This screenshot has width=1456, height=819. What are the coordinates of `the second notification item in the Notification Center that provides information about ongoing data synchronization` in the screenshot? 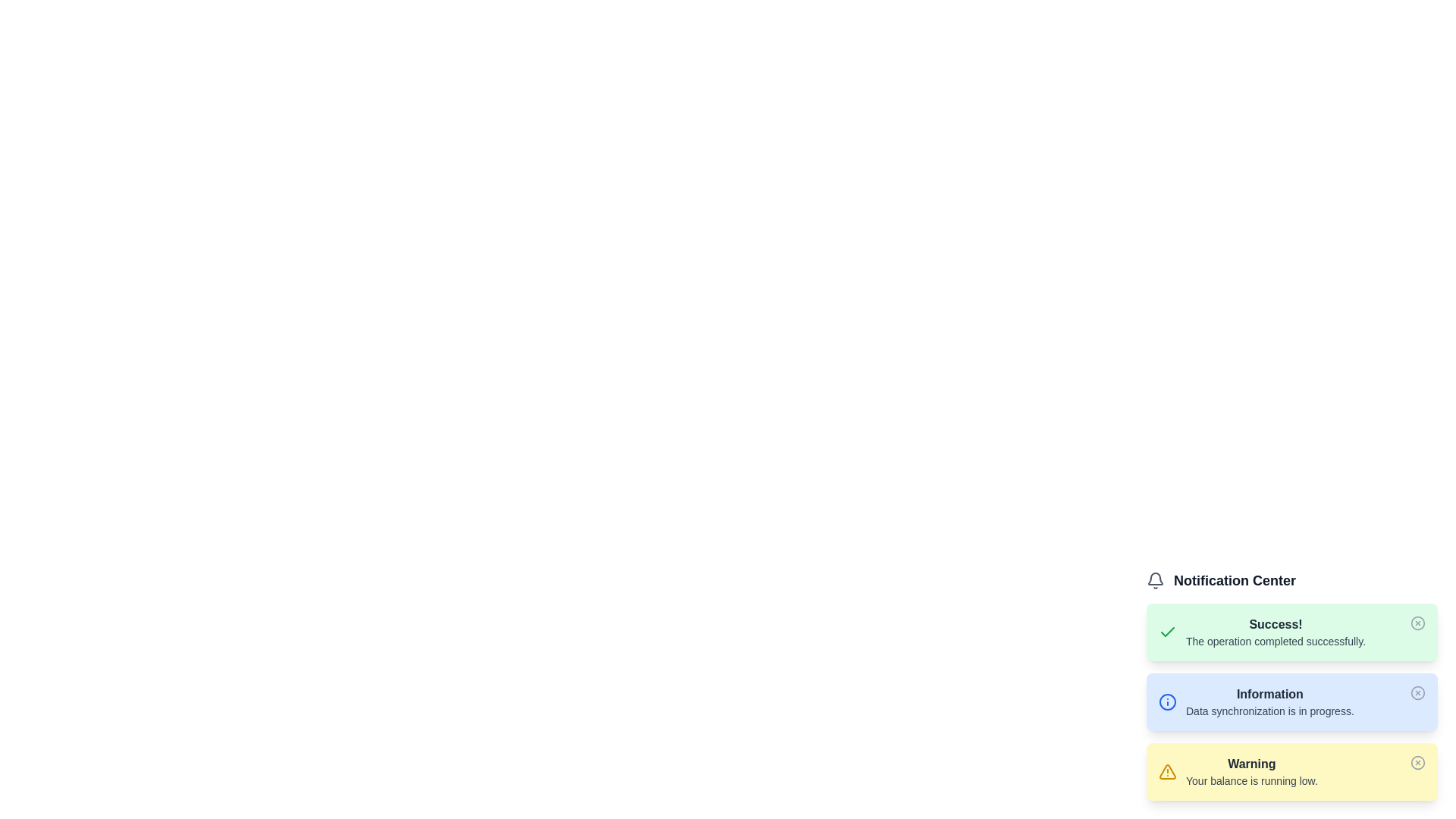 It's located at (1291, 685).